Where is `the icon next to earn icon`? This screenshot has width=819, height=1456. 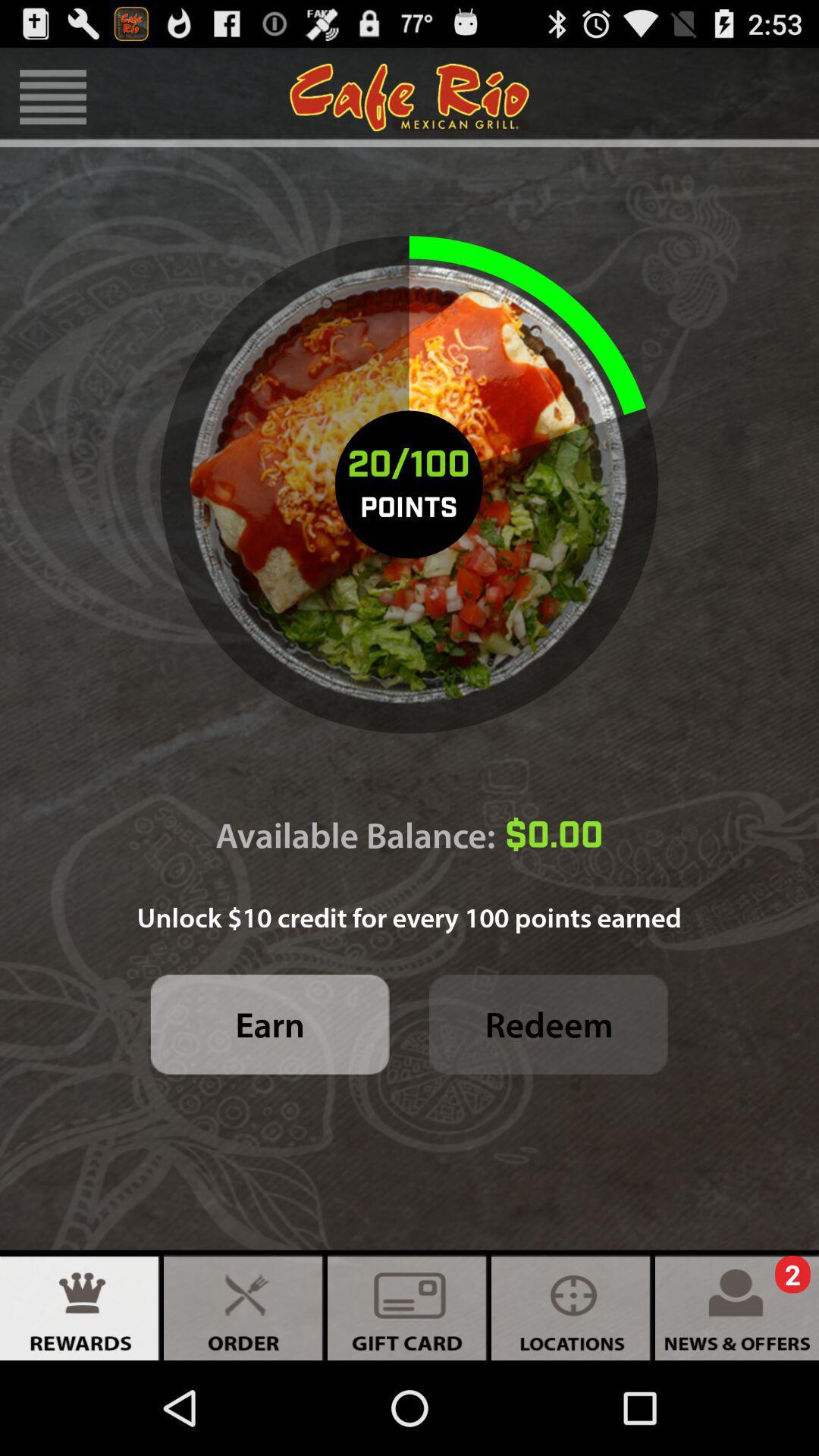
the icon next to earn icon is located at coordinates (548, 1025).